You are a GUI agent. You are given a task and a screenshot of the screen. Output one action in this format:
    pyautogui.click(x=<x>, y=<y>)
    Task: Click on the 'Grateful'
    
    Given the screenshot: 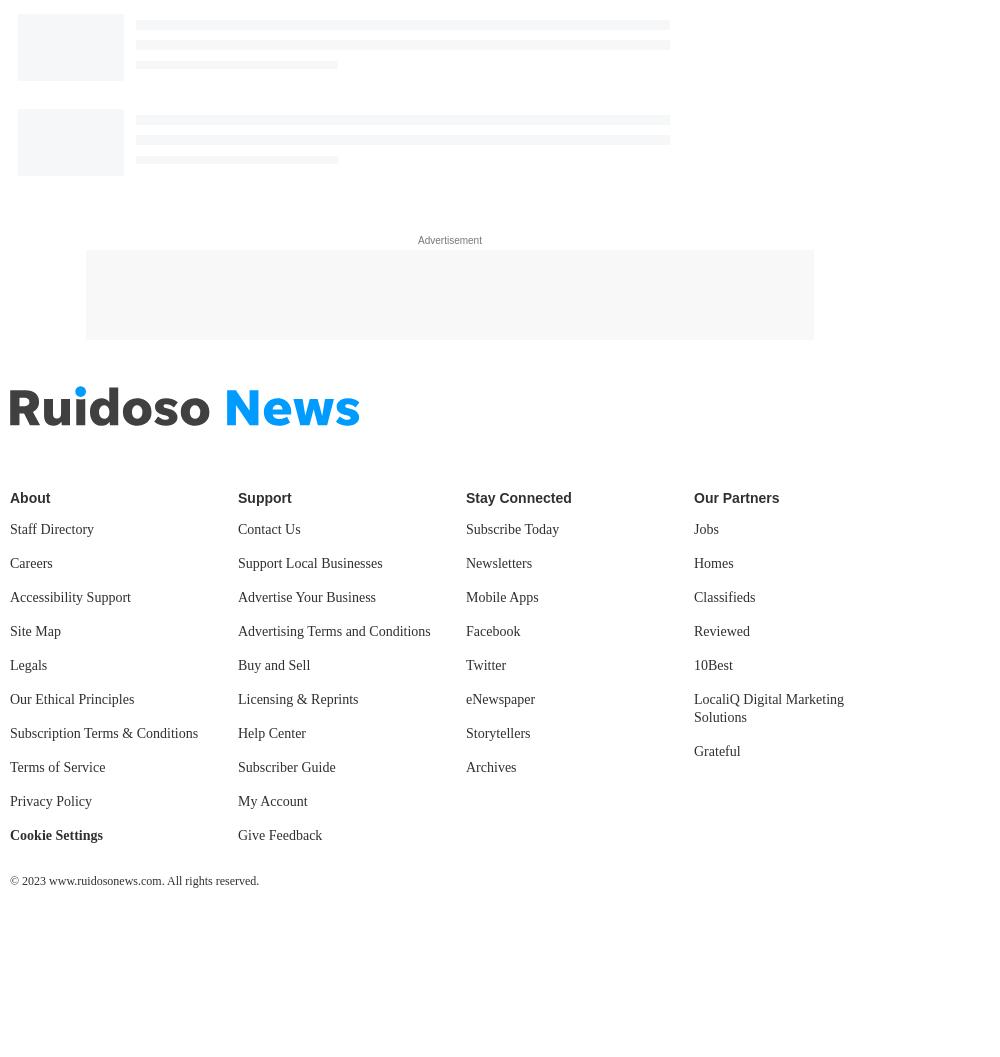 What is the action you would take?
    pyautogui.click(x=716, y=750)
    